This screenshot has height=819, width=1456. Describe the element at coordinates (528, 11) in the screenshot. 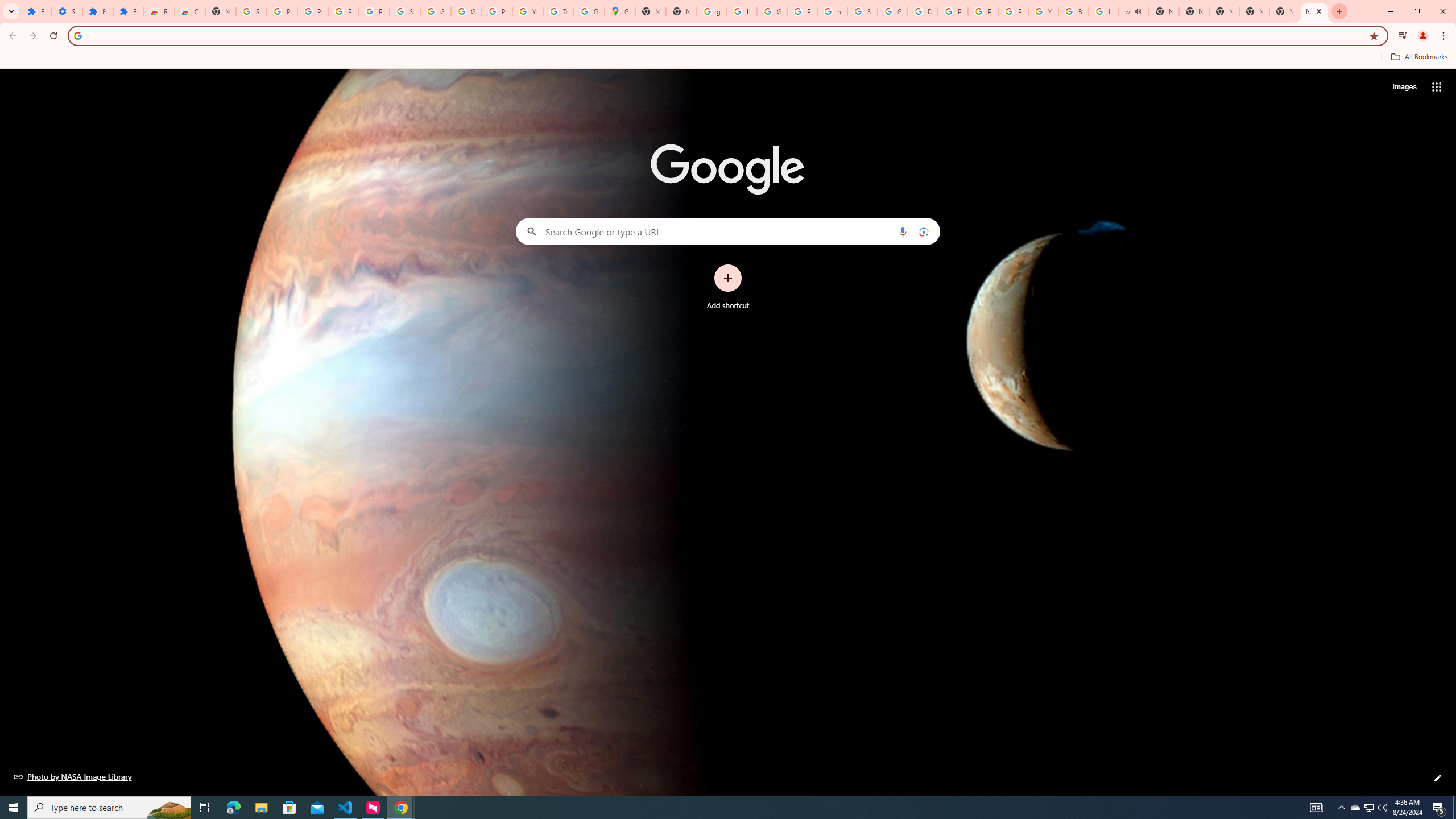

I see `'YouTube'` at that location.